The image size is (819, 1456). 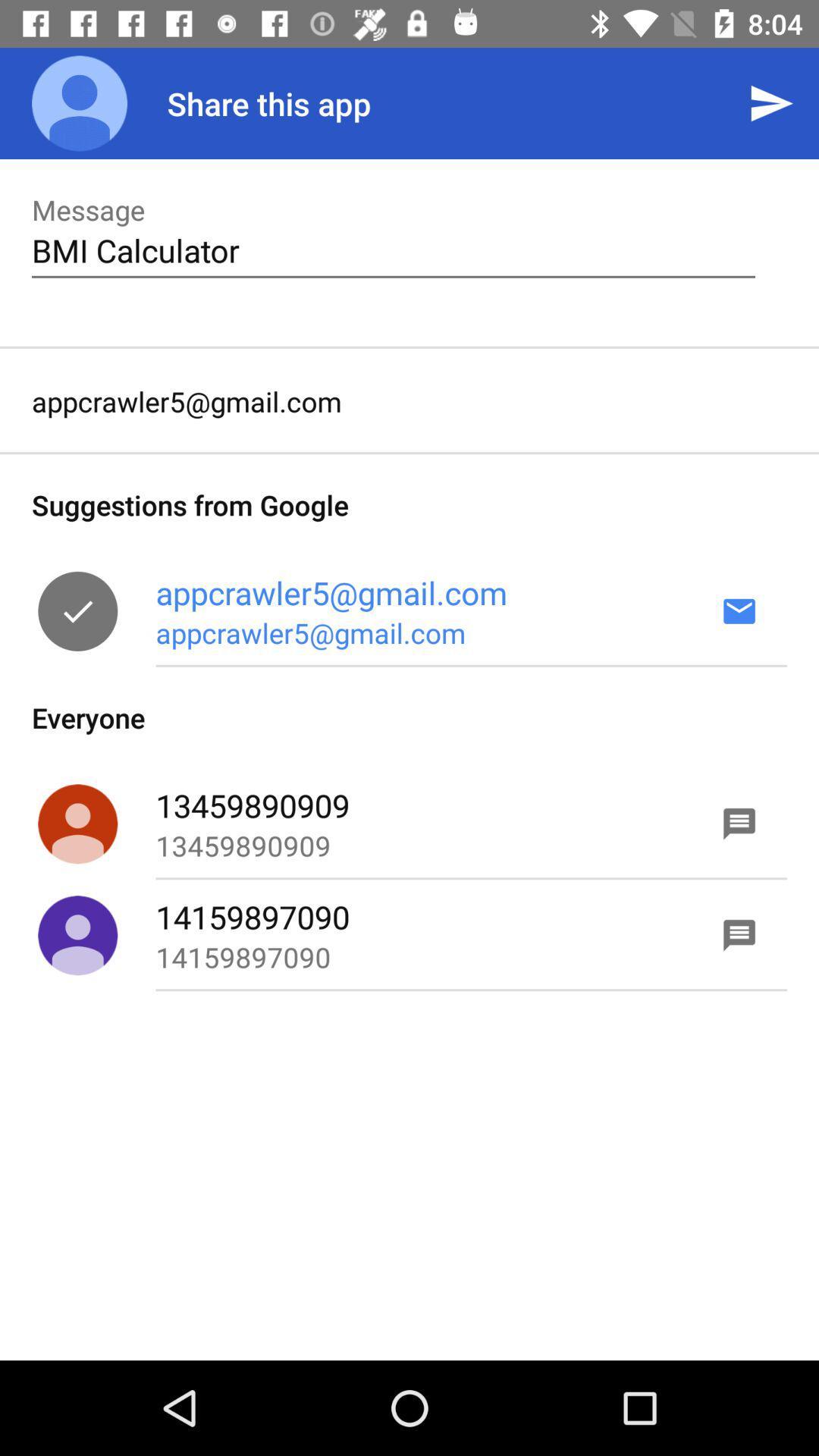 I want to click on item to the right of share this app, so click(x=771, y=102).